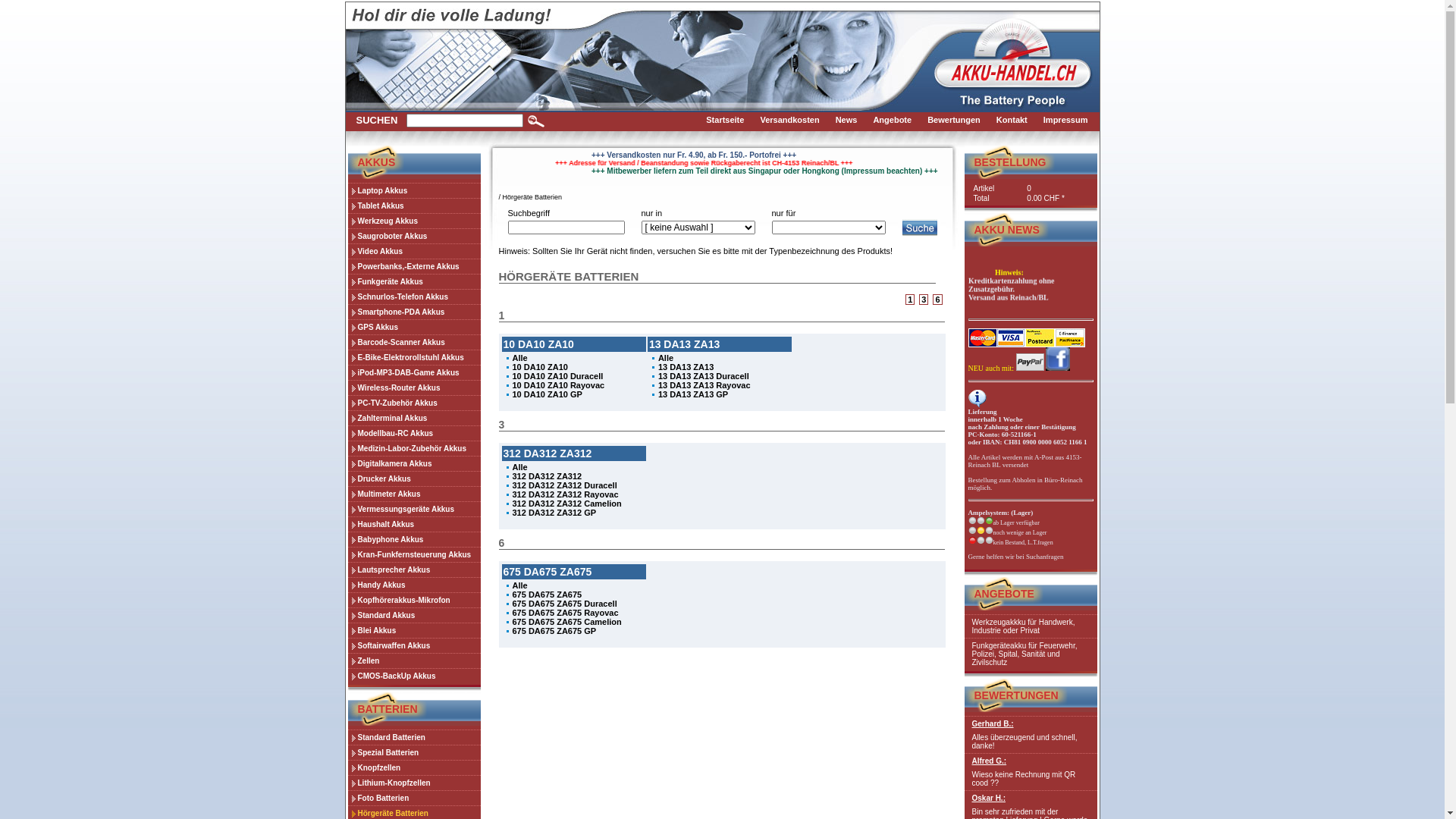 Image resolution: width=1456 pixels, height=819 pixels. Describe the element at coordinates (702, 375) in the screenshot. I see `'13 DA13 ZA13 Duracell'` at that location.